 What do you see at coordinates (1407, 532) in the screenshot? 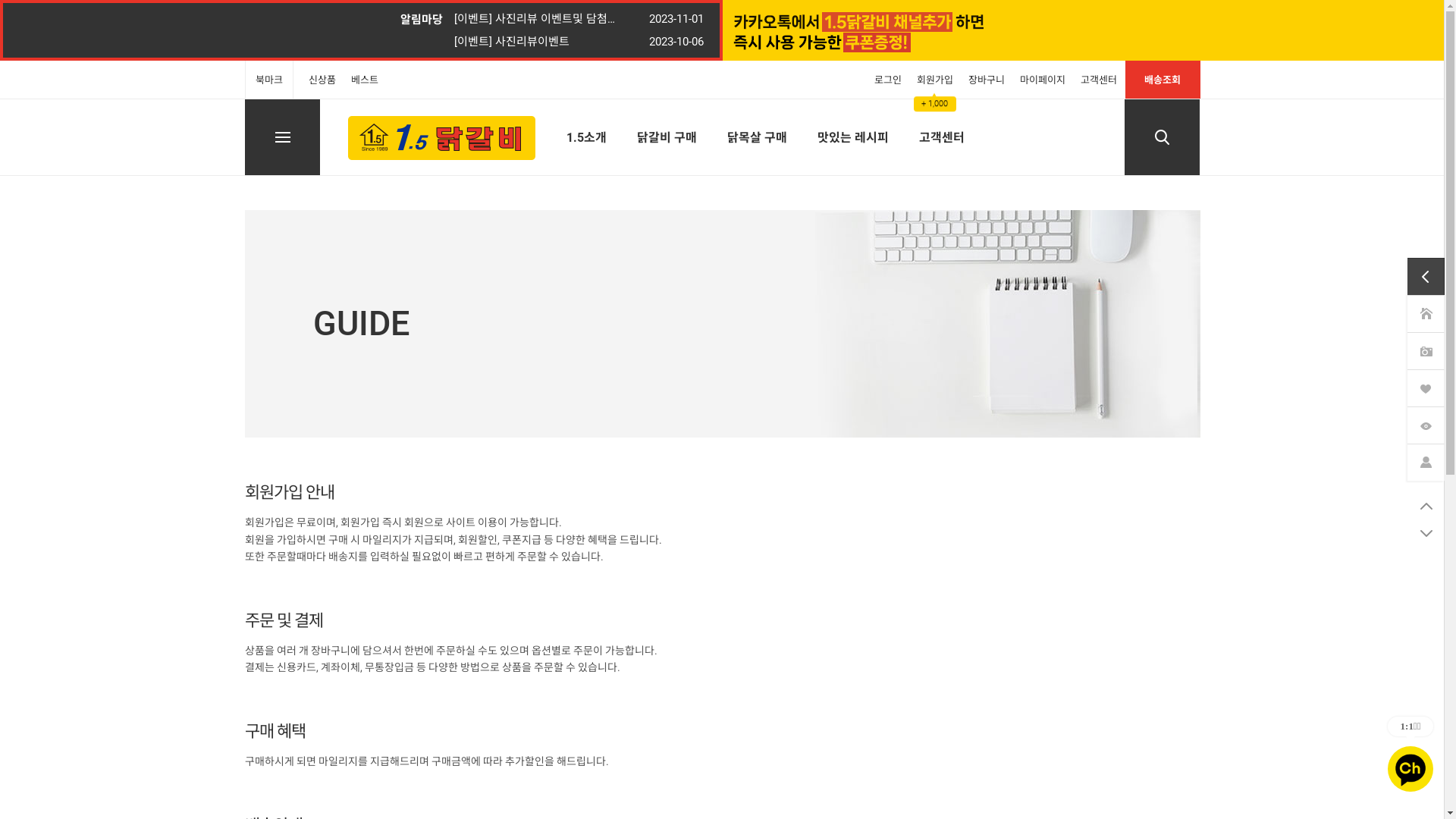
I see `'to Bottom'` at bounding box center [1407, 532].